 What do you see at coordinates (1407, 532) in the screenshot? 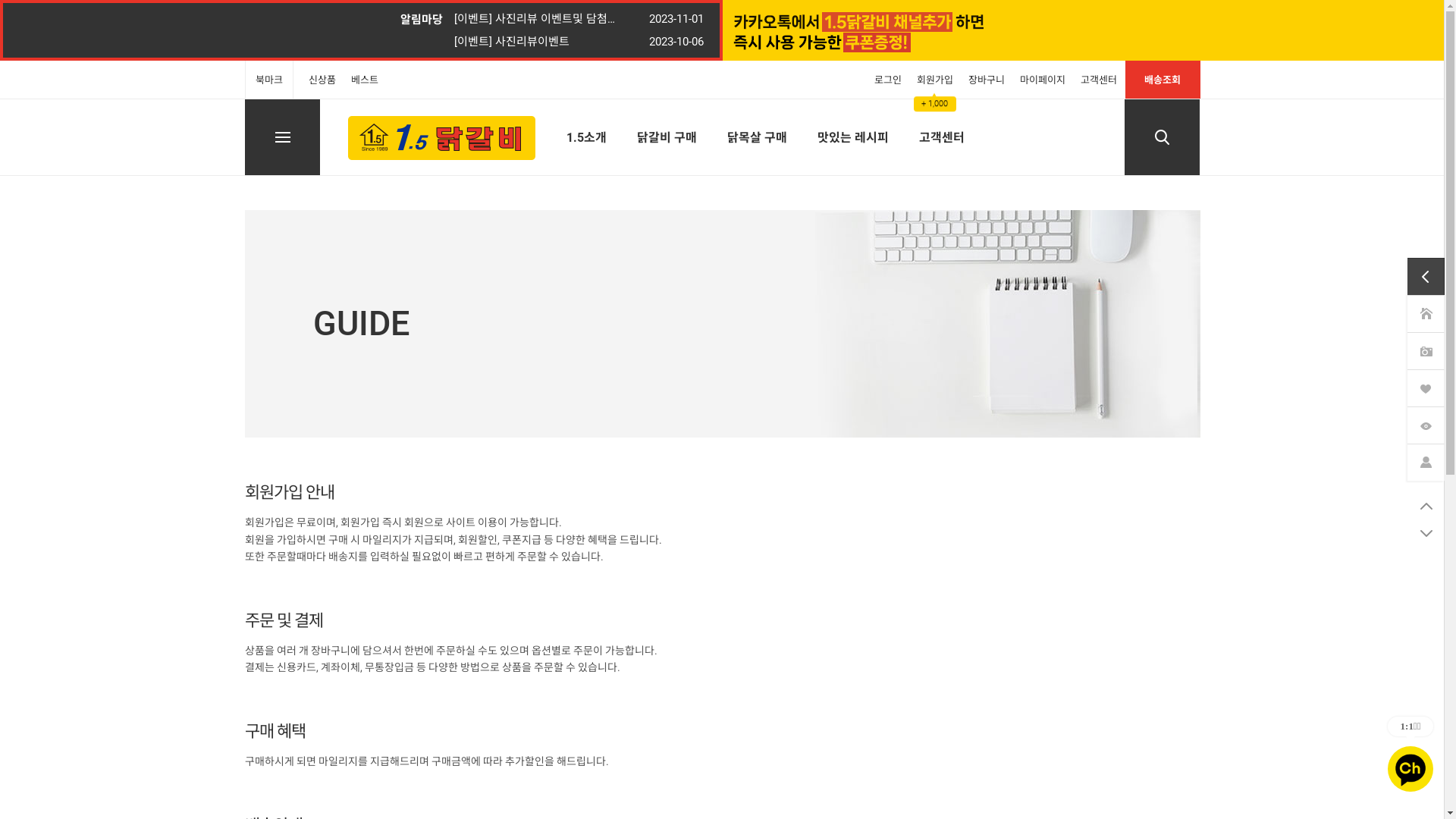
I see `'to Bottom'` at bounding box center [1407, 532].